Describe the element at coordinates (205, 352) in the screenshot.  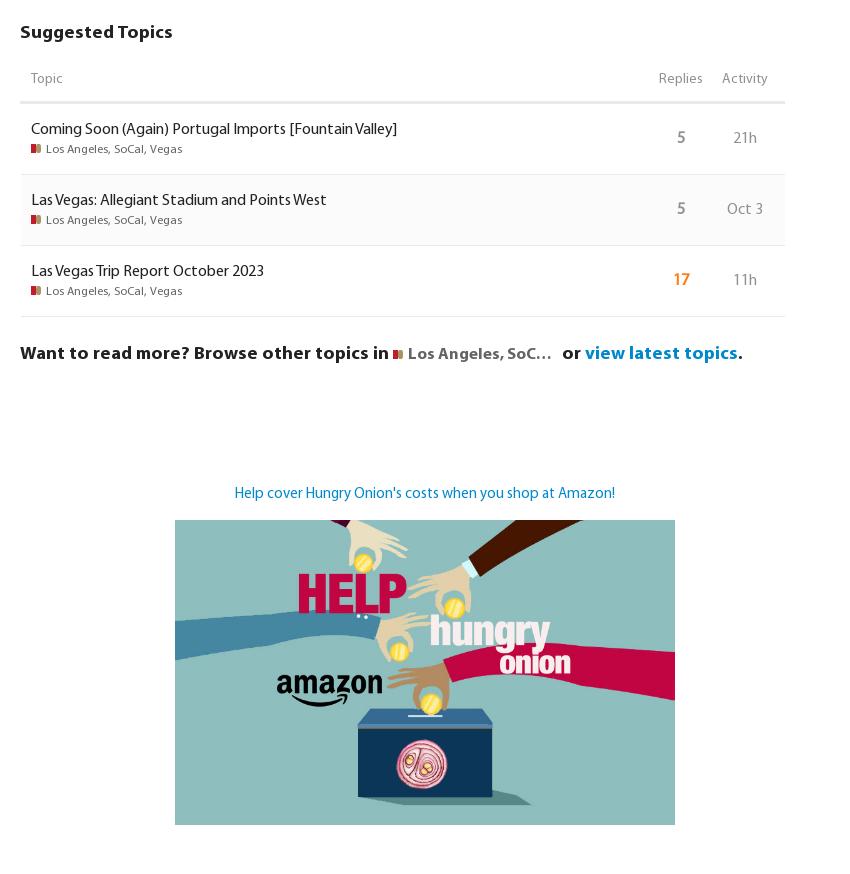
I see `'Want to read more? Browse other topics in'` at that location.